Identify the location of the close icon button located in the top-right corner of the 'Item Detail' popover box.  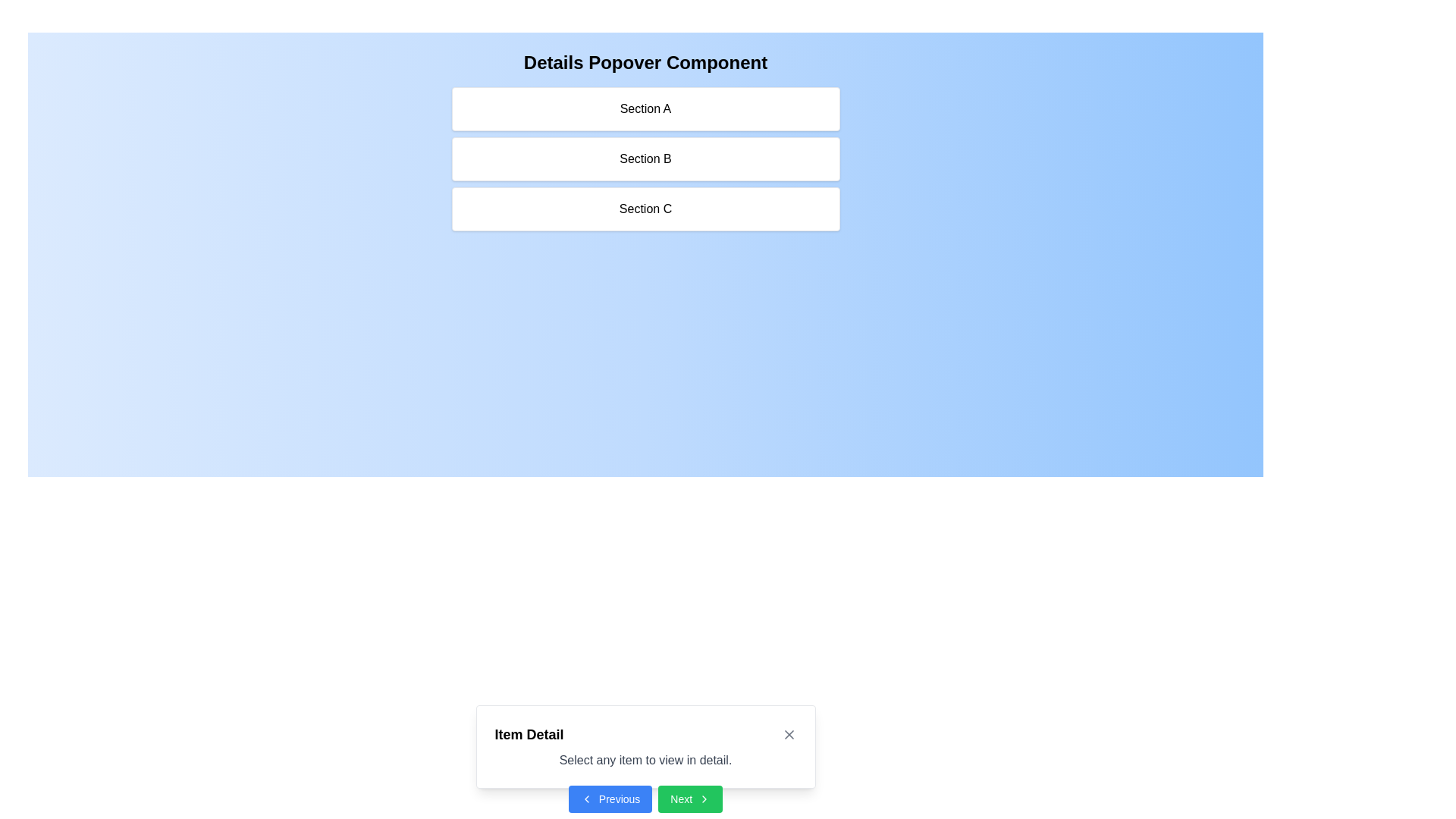
(789, 733).